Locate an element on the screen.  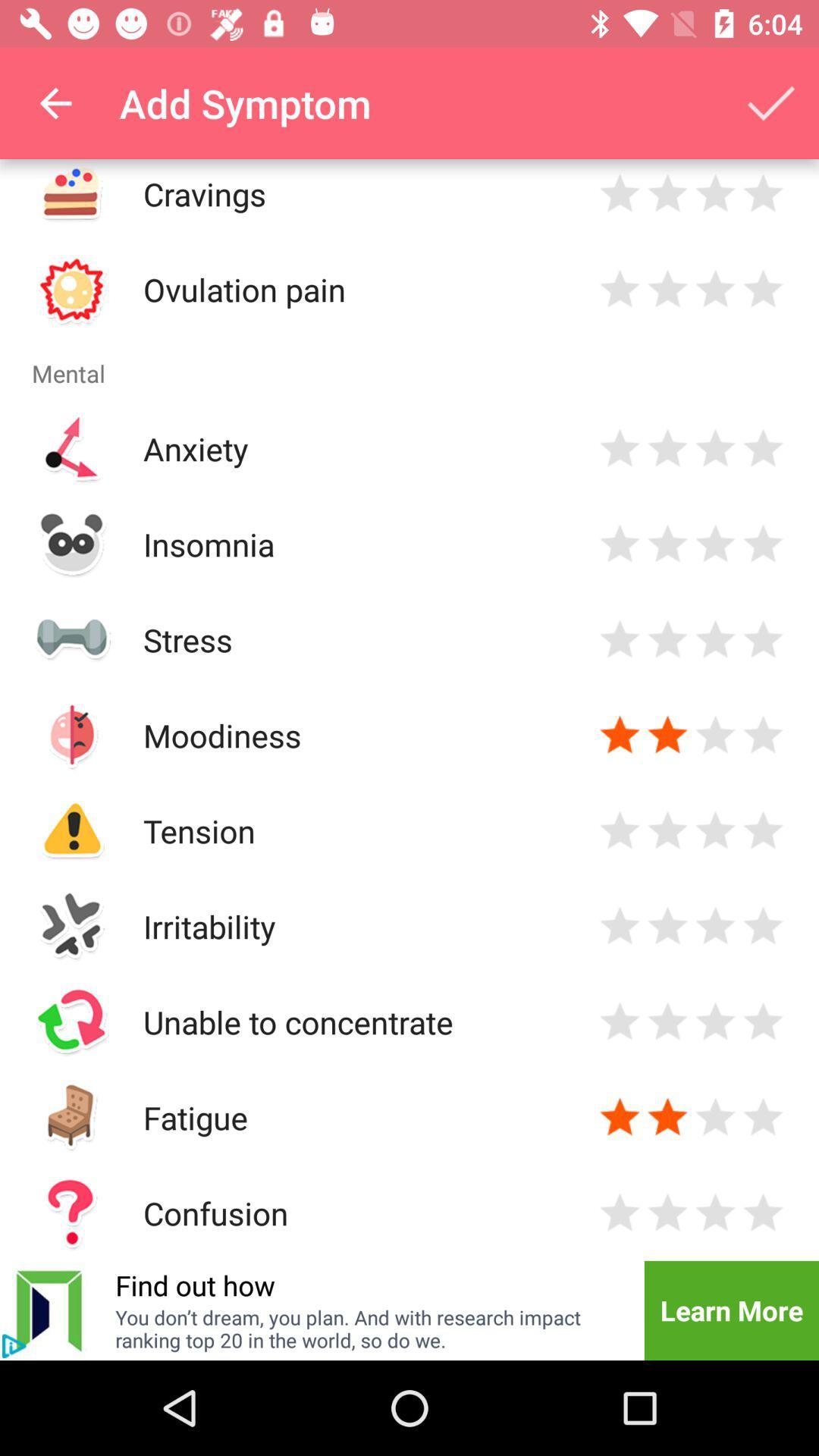
the info icon is located at coordinates (14, 1346).